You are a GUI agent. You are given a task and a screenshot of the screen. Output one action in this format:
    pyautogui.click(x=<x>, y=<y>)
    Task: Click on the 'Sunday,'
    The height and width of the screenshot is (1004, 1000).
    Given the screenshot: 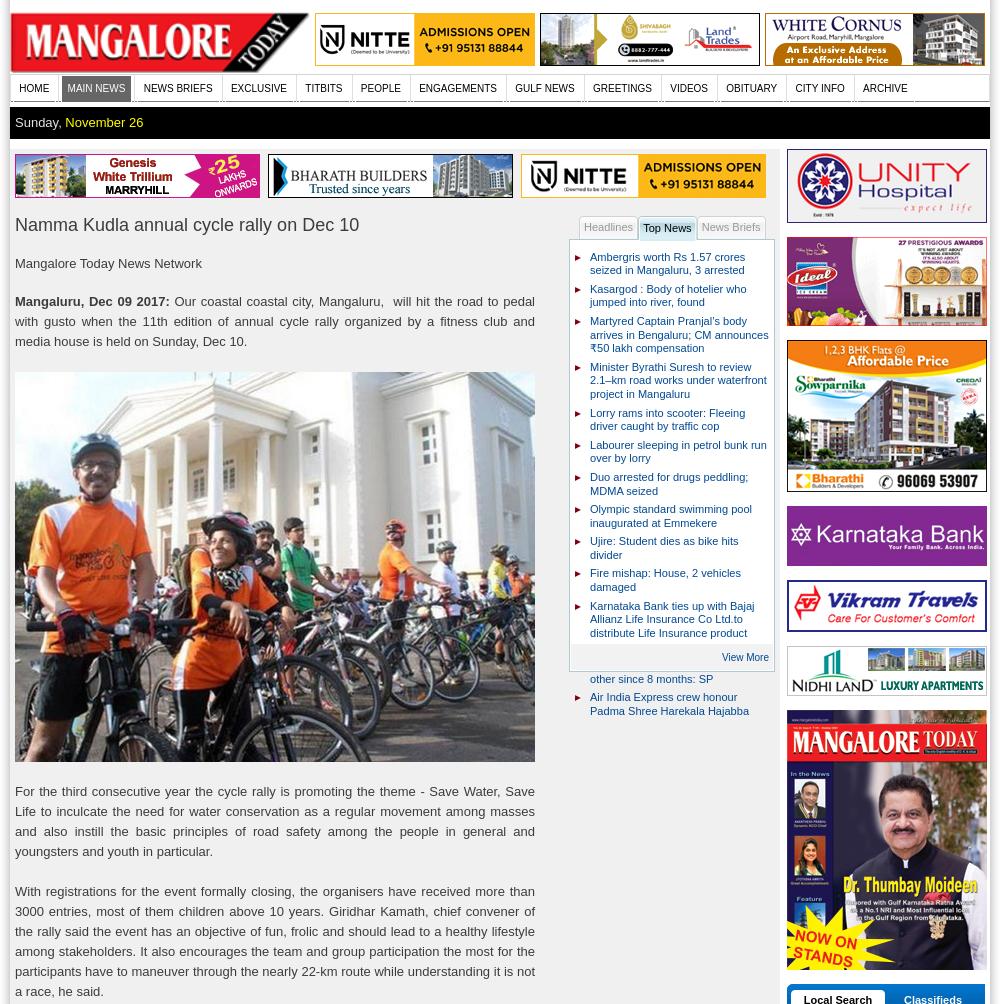 What is the action you would take?
    pyautogui.click(x=15, y=122)
    